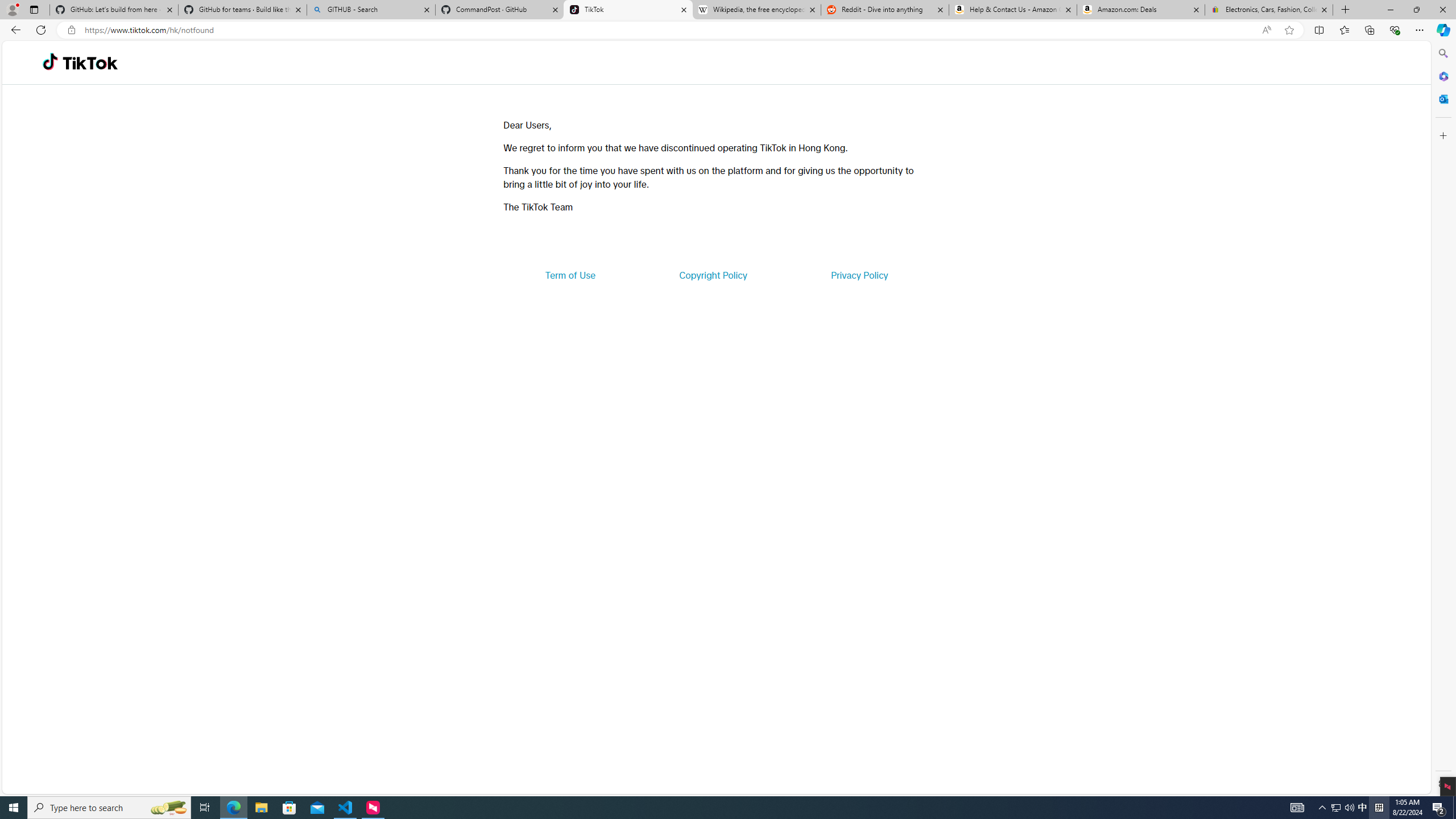  What do you see at coordinates (1140, 9) in the screenshot?
I see `'Amazon.com: Deals'` at bounding box center [1140, 9].